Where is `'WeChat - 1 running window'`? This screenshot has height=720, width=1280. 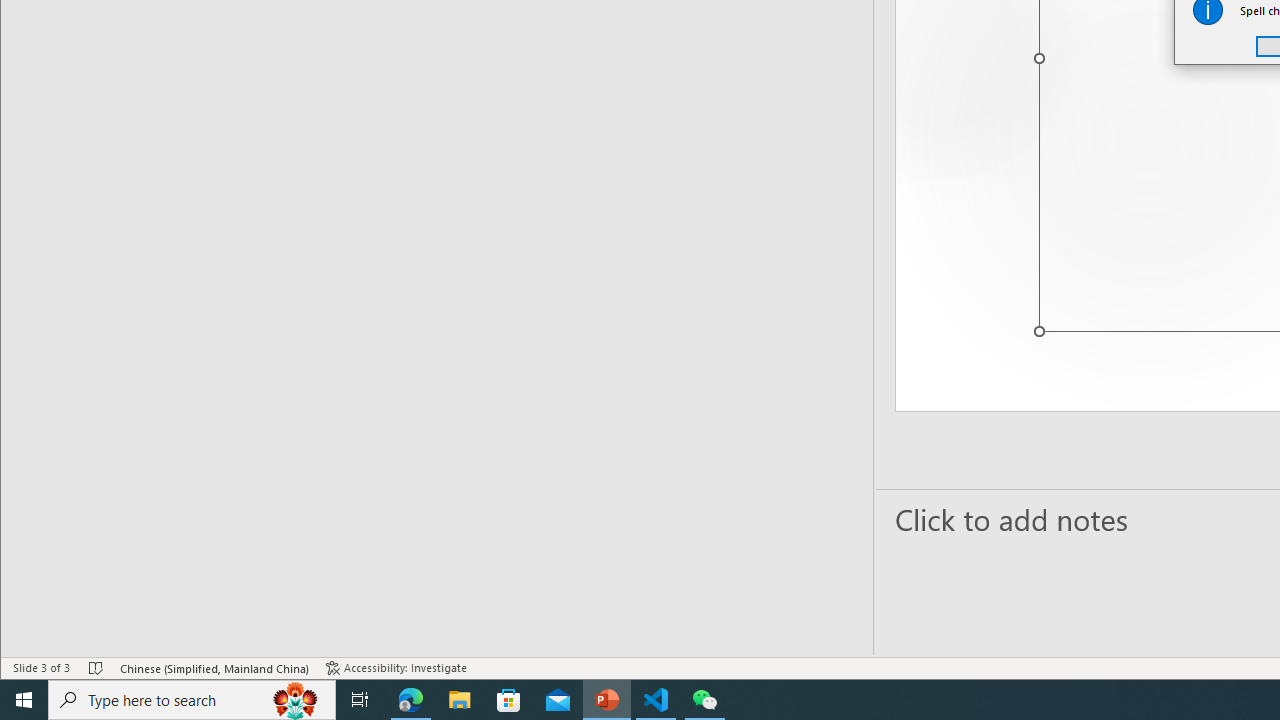 'WeChat - 1 running window' is located at coordinates (705, 698).